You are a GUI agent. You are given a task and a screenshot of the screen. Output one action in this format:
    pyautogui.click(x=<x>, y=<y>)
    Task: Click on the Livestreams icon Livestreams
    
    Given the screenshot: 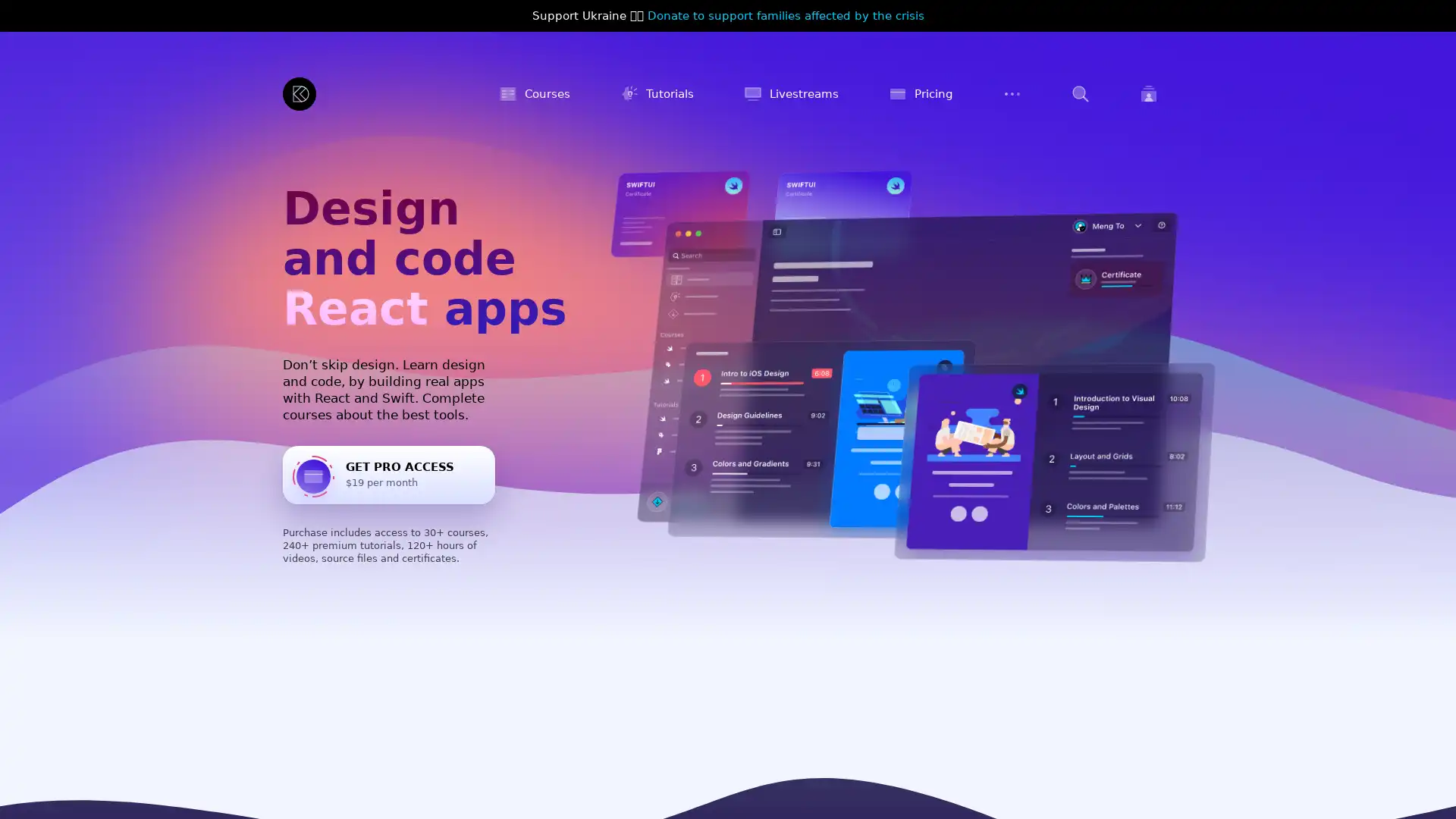 What is the action you would take?
    pyautogui.click(x=790, y=93)
    